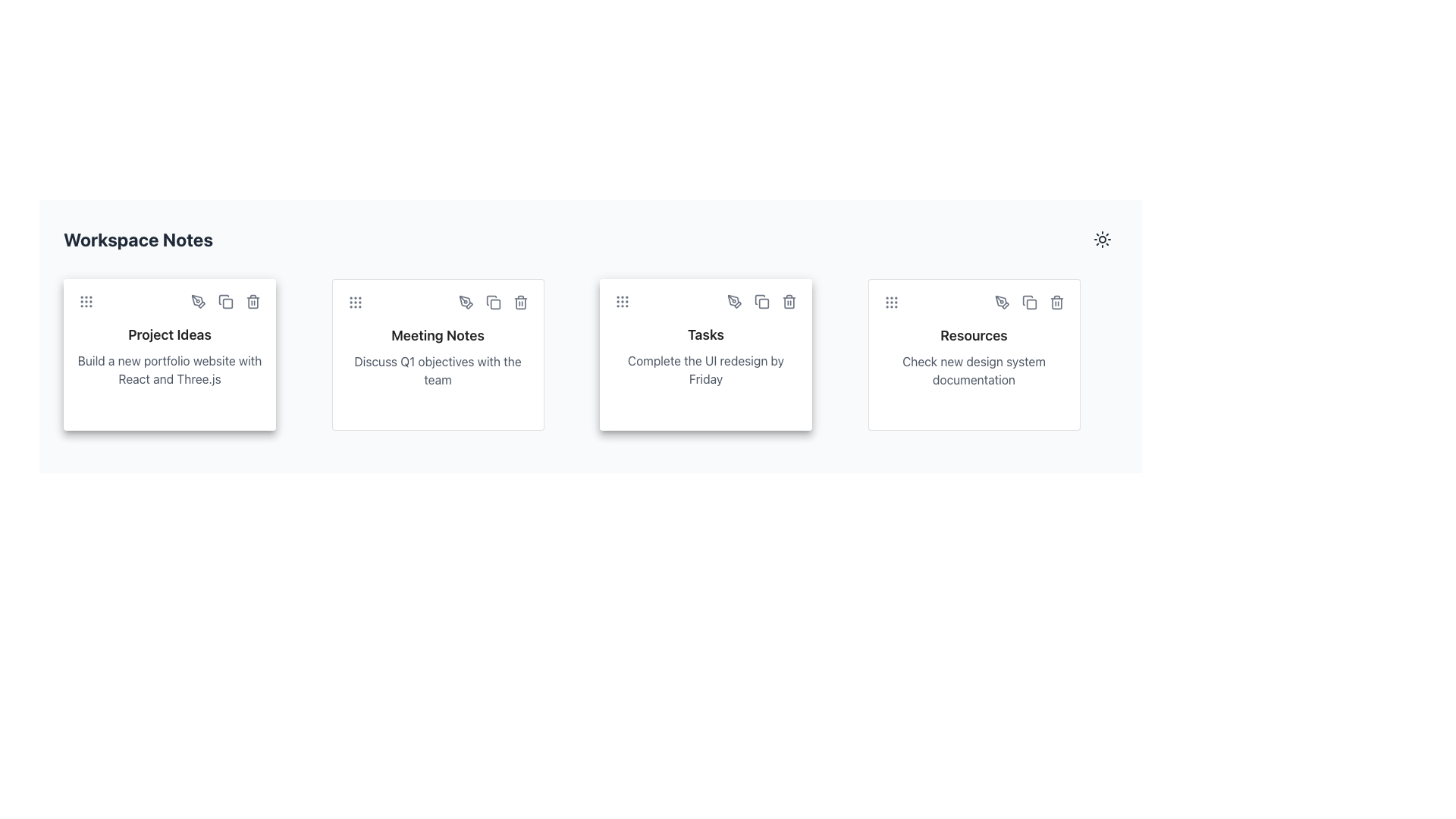 This screenshot has height=819, width=1456. Describe the element at coordinates (1029, 302) in the screenshot. I see `the 'Copy' button located as the third icon in the top section of the 'Resources' card, positioned to the far right of the visibility and delete icons` at that location.